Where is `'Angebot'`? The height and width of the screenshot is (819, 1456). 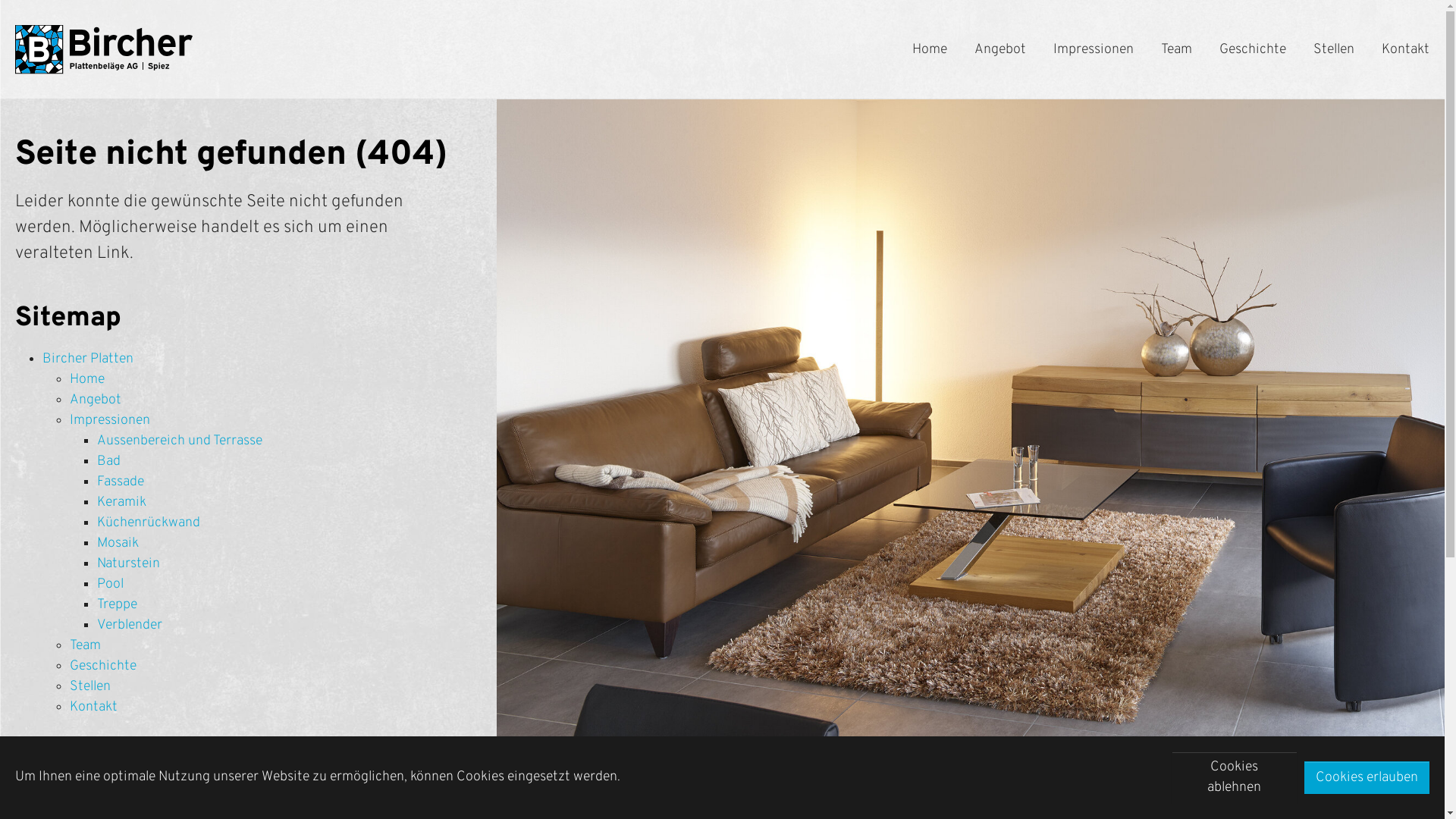
'Angebot' is located at coordinates (1000, 48).